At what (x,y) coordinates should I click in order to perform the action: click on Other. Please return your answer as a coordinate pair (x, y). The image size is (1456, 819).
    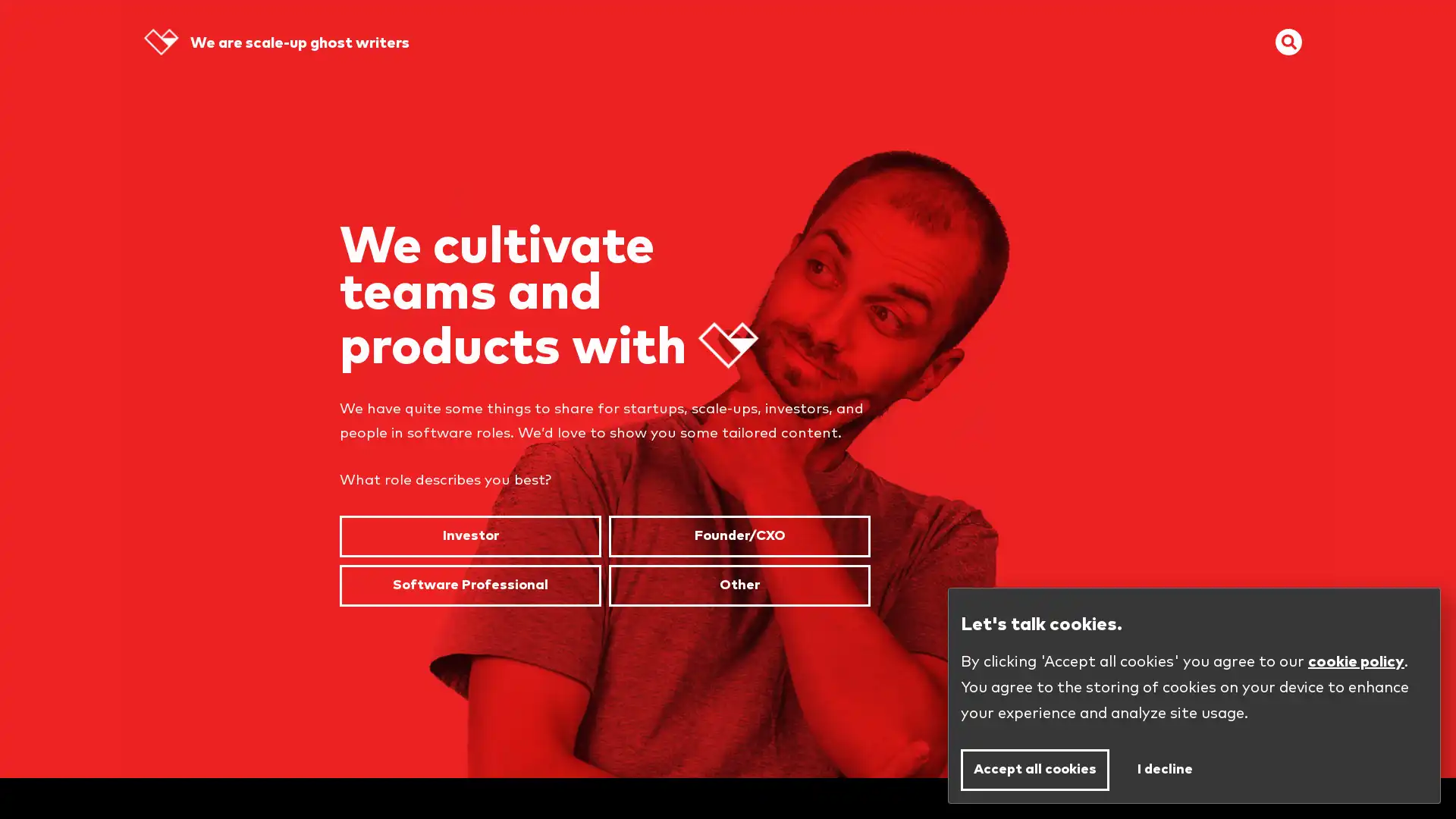
    Looking at the image, I should click on (739, 584).